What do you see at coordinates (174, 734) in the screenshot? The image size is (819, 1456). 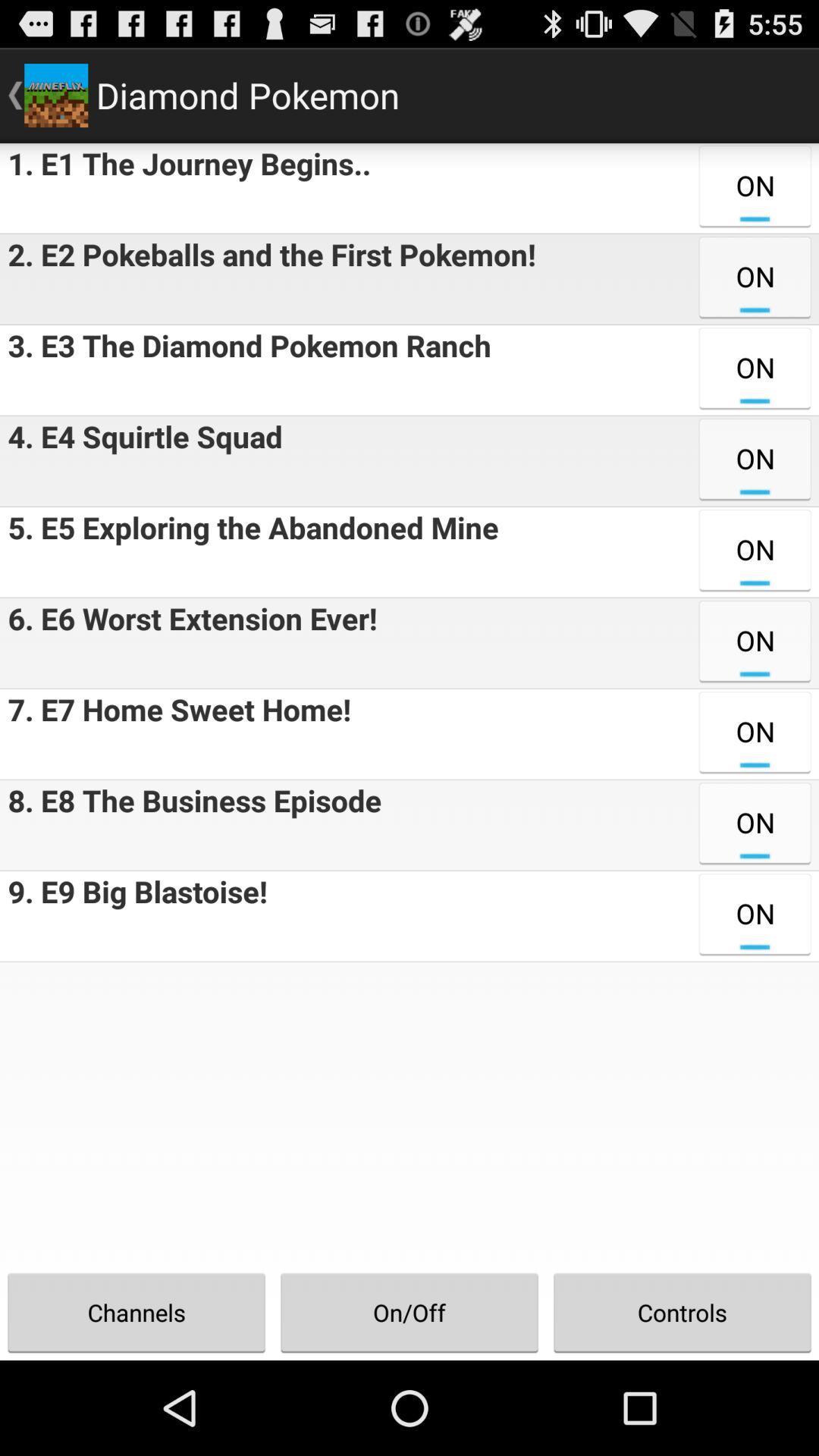 I see `icon above 8 e8 the icon` at bounding box center [174, 734].